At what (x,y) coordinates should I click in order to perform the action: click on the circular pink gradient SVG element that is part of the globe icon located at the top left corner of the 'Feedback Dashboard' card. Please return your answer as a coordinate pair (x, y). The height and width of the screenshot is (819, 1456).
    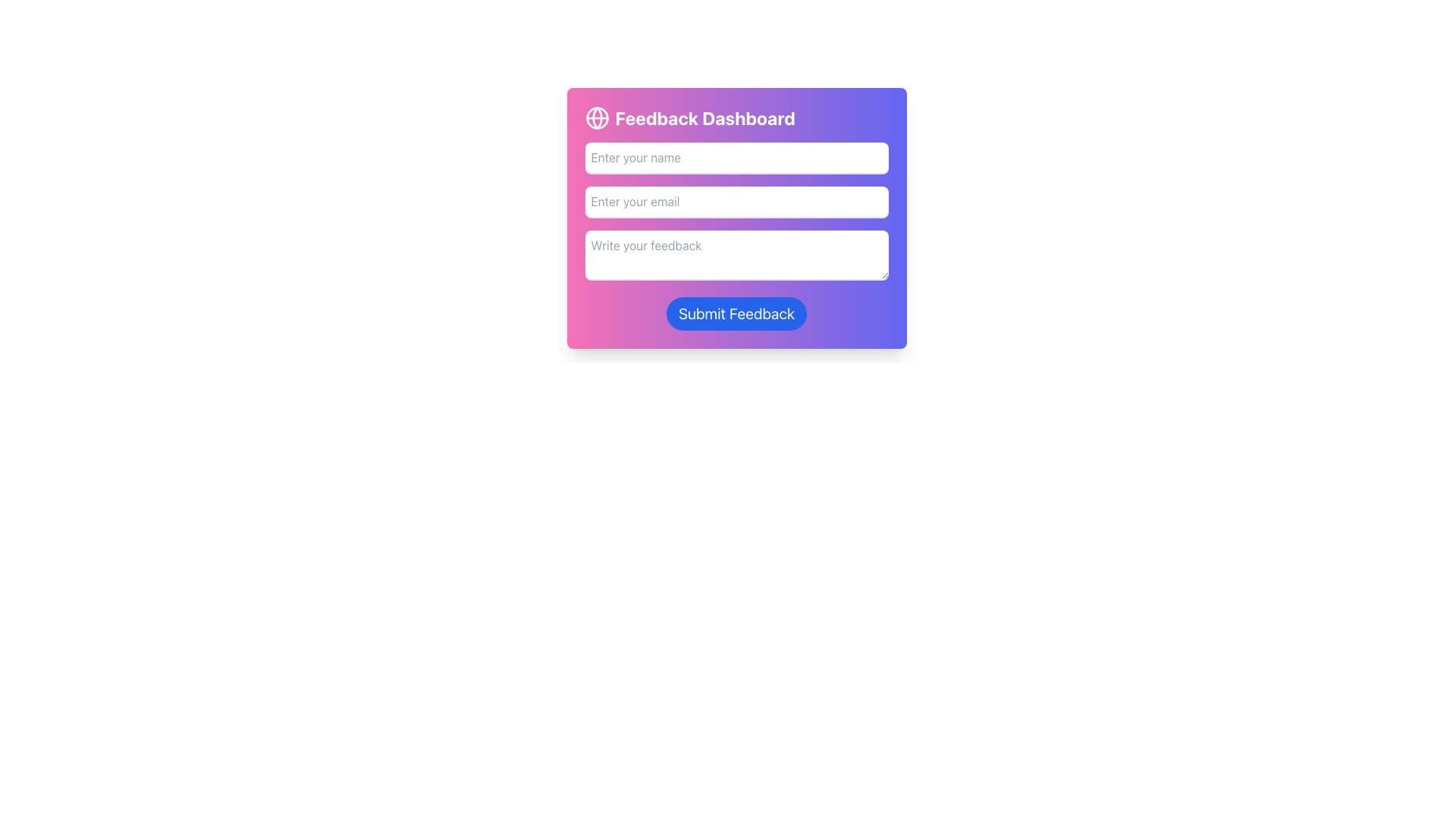
    Looking at the image, I should click on (596, 117).